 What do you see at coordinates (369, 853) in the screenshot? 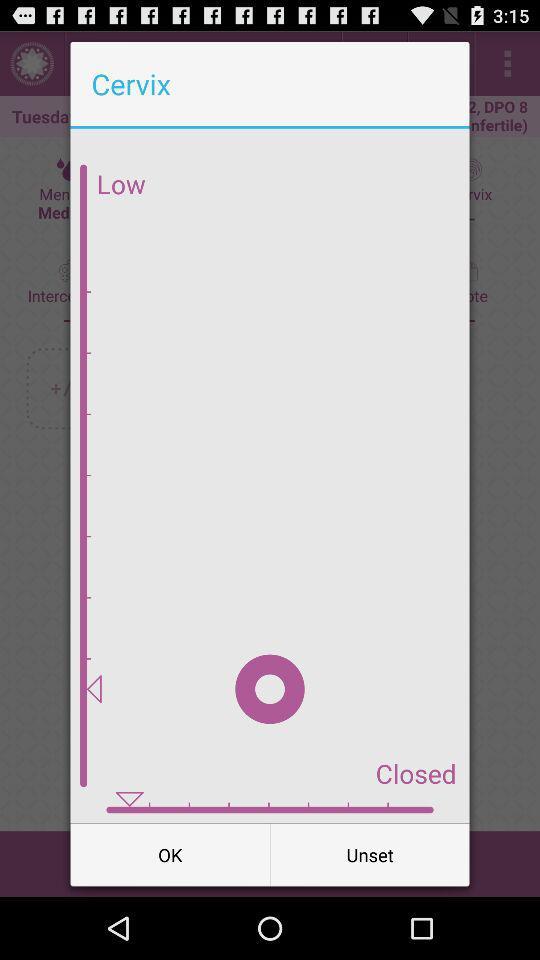
I see `unset` at bounding box center [369, 853].